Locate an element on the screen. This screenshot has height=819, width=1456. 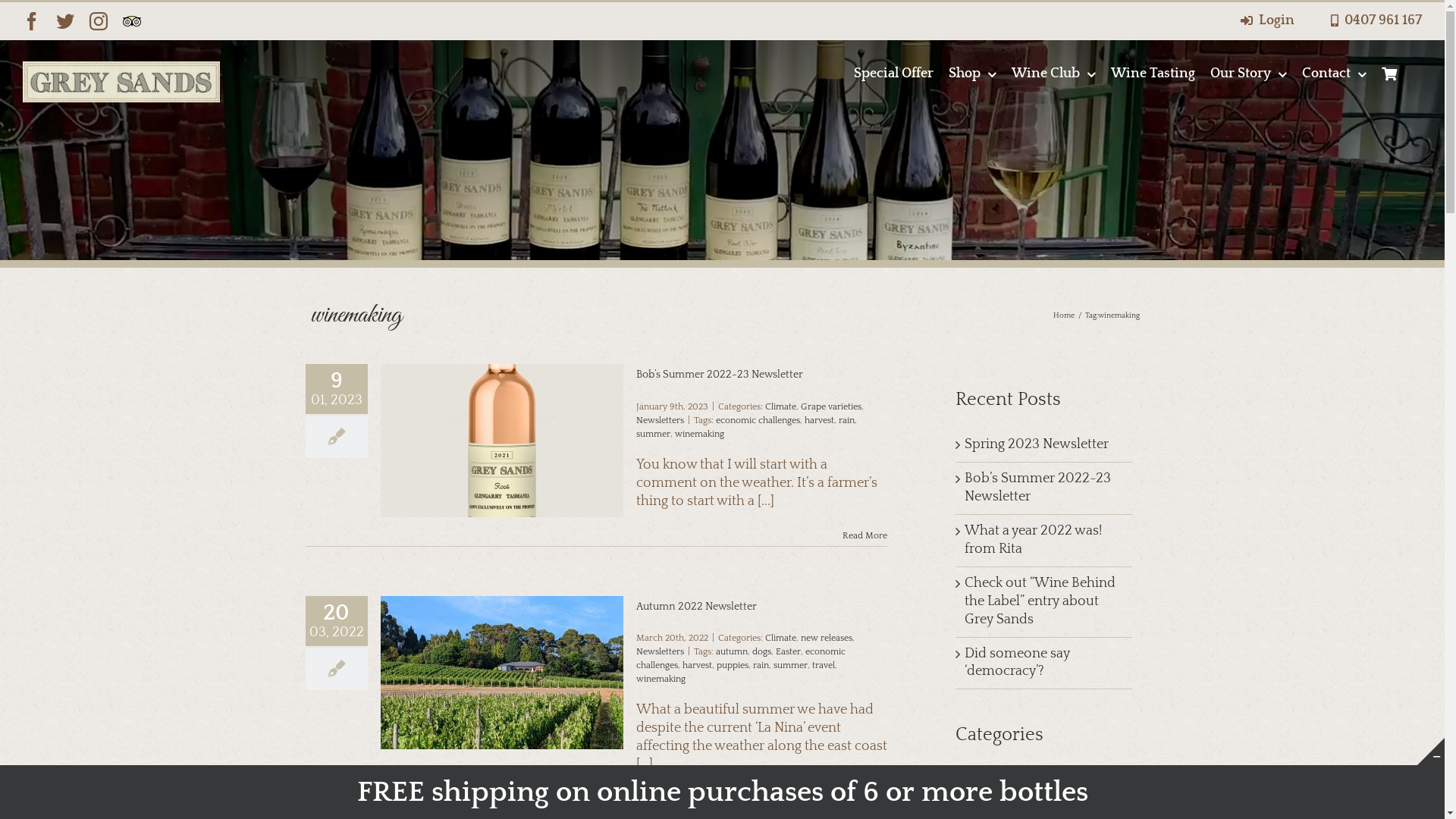
'puppies' is located at coordinates (731, 664).